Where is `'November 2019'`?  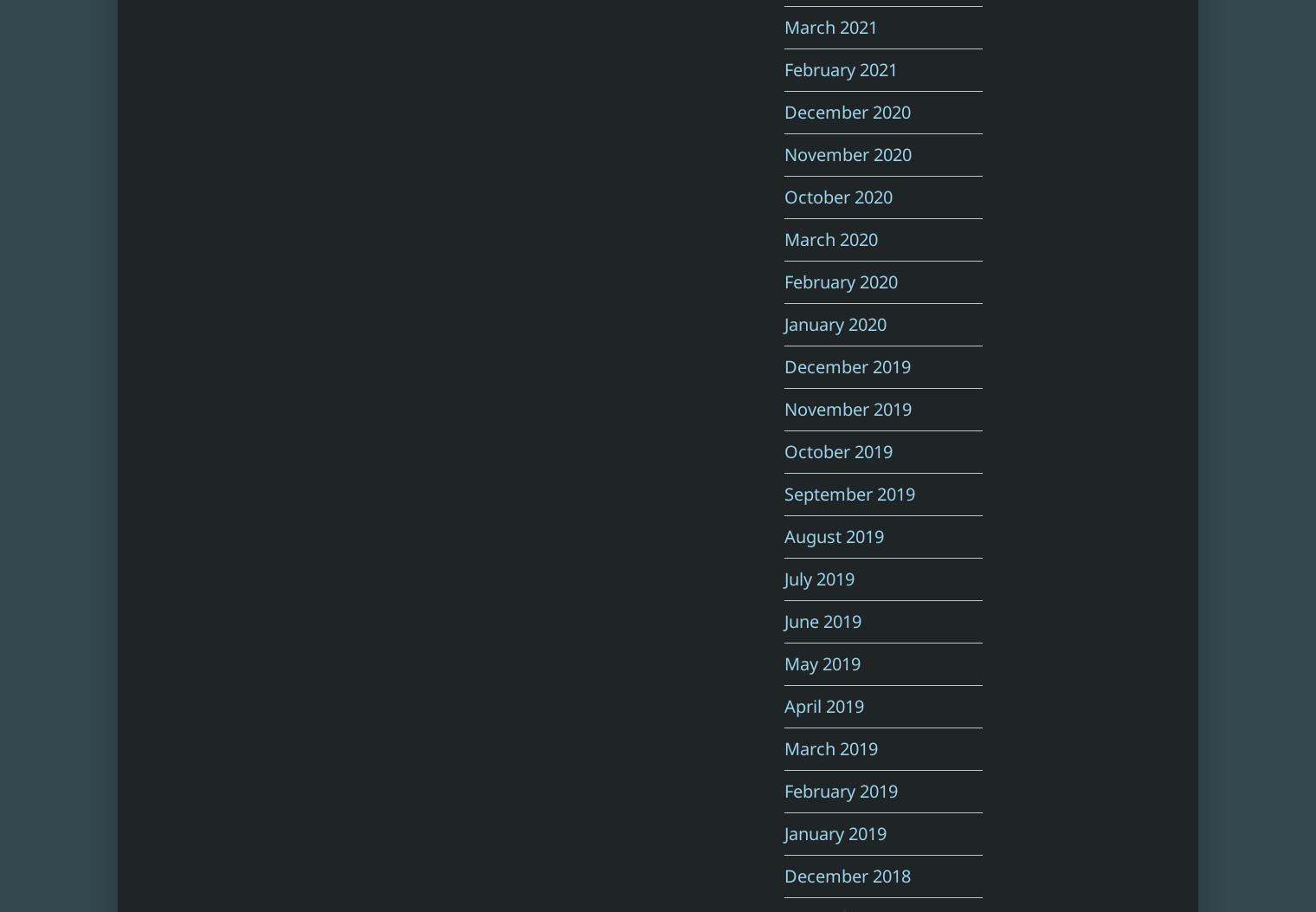
'November 2019' is located at coordinates (847, 408).